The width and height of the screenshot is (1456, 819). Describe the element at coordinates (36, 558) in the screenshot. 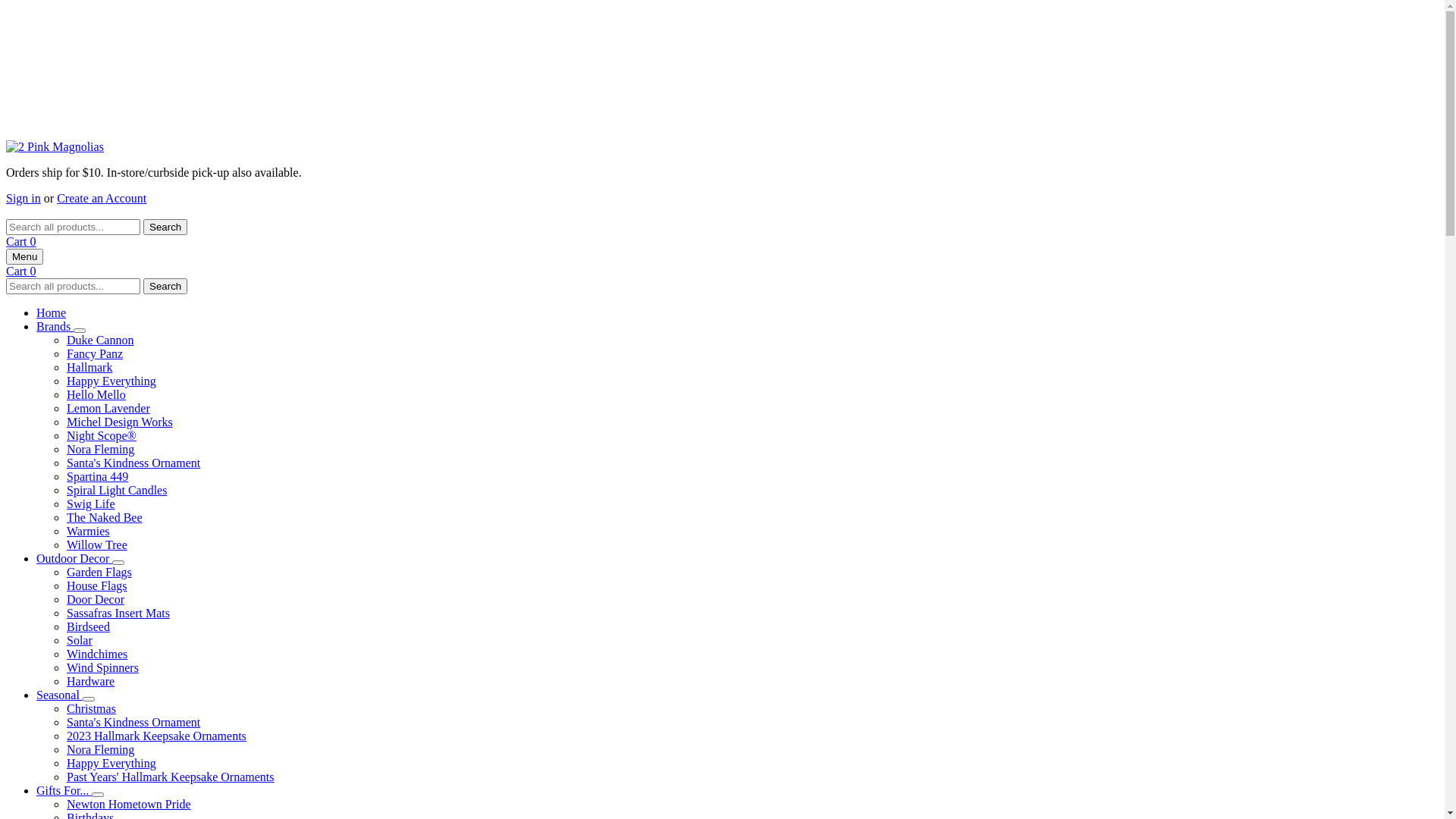

I see `'Outdoor Decor'` at that location.